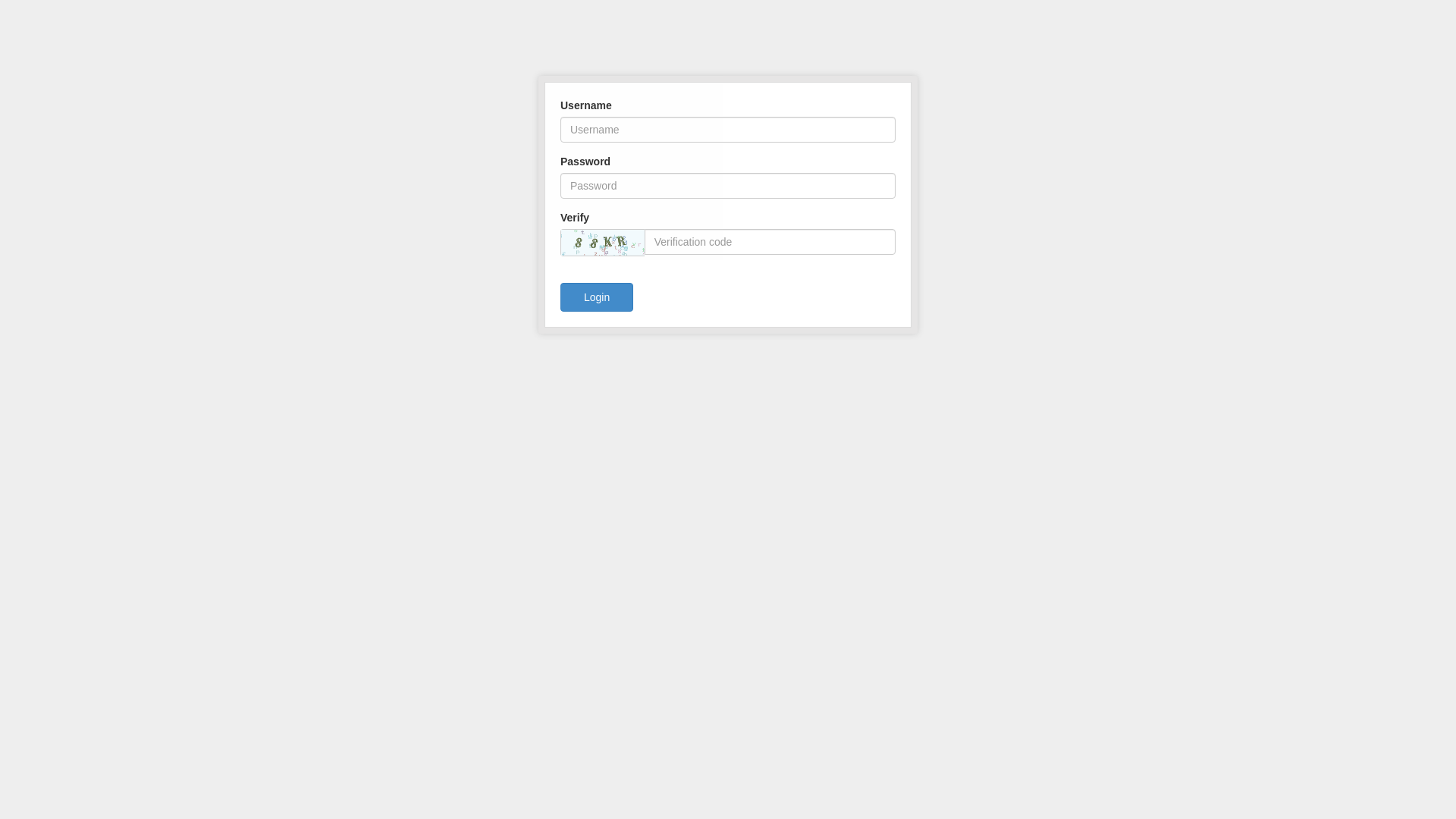 The width and height of the screenshot is (1456, 819). Describe the element at coordinates (596, 297) in the screenshot. I see `'Login'` at that location.